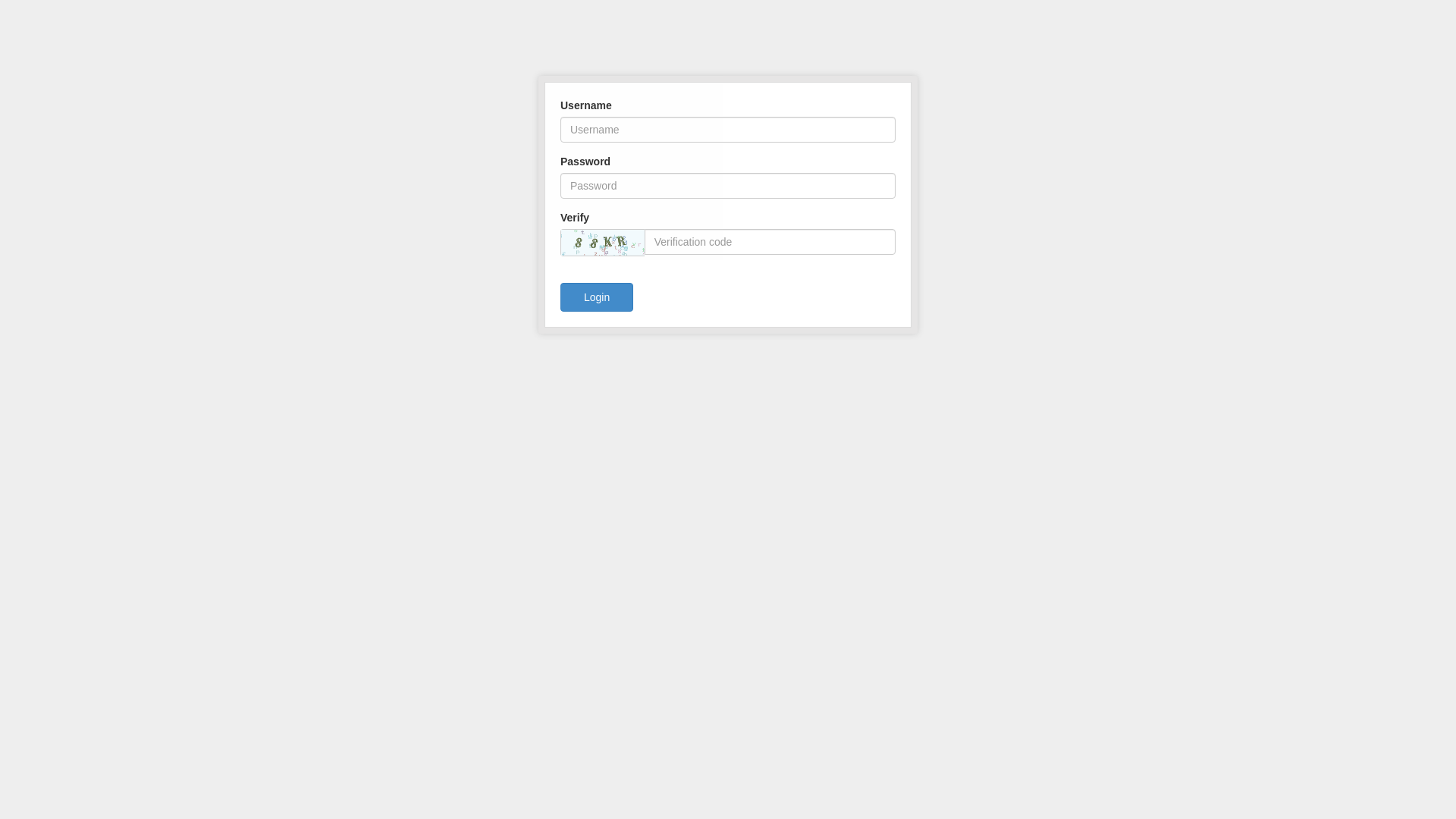 The width and height of the screenshot is (1456, 819). Describe the element at coordinates (596, 297) in the screenshot. I see `'Login'` at that location.